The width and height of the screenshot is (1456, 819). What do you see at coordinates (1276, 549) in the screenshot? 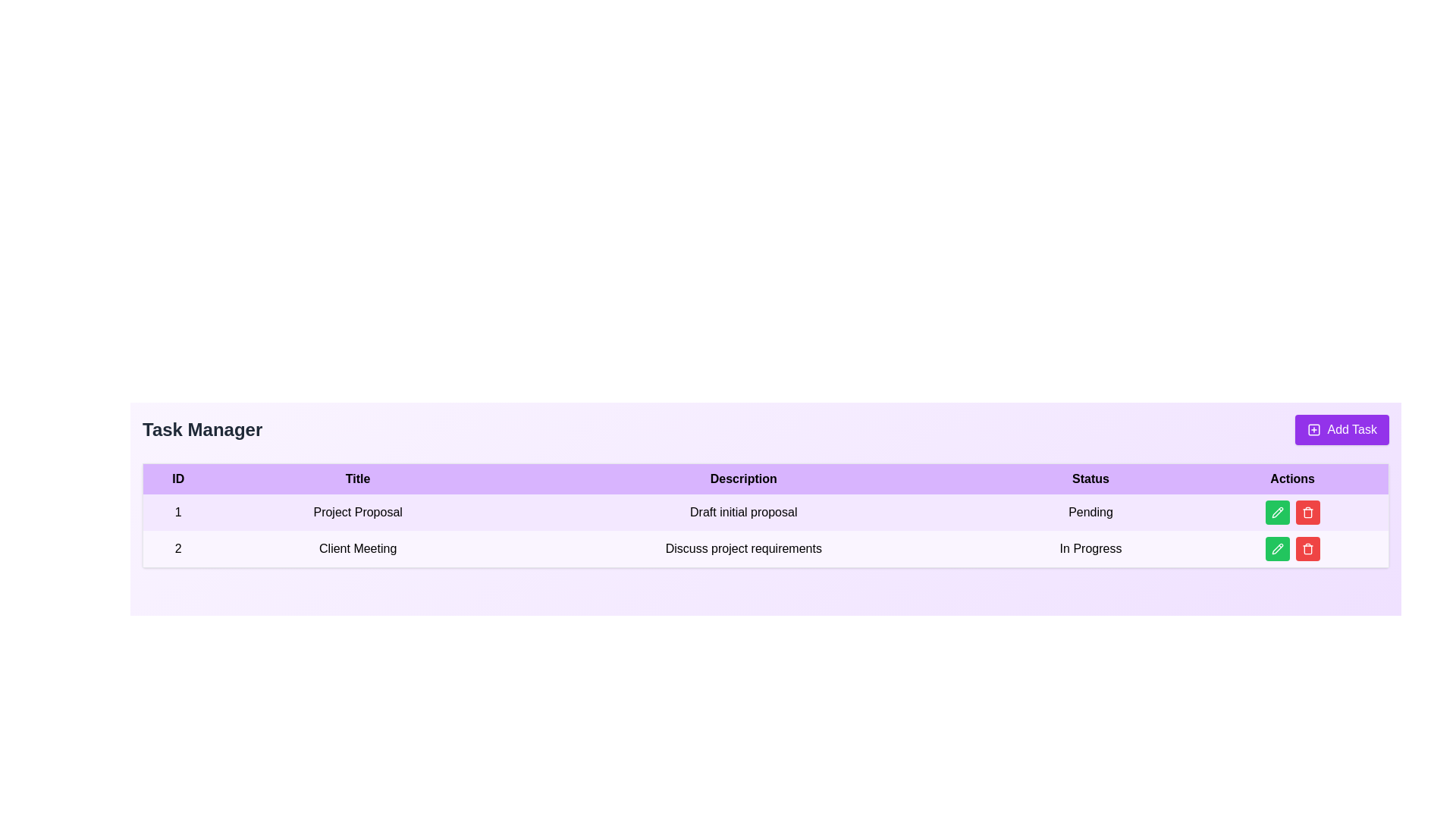
I see `the 'Edit' icon located in the 'Actions' column for the second task in the task table` at bounding box center [1276, 549].